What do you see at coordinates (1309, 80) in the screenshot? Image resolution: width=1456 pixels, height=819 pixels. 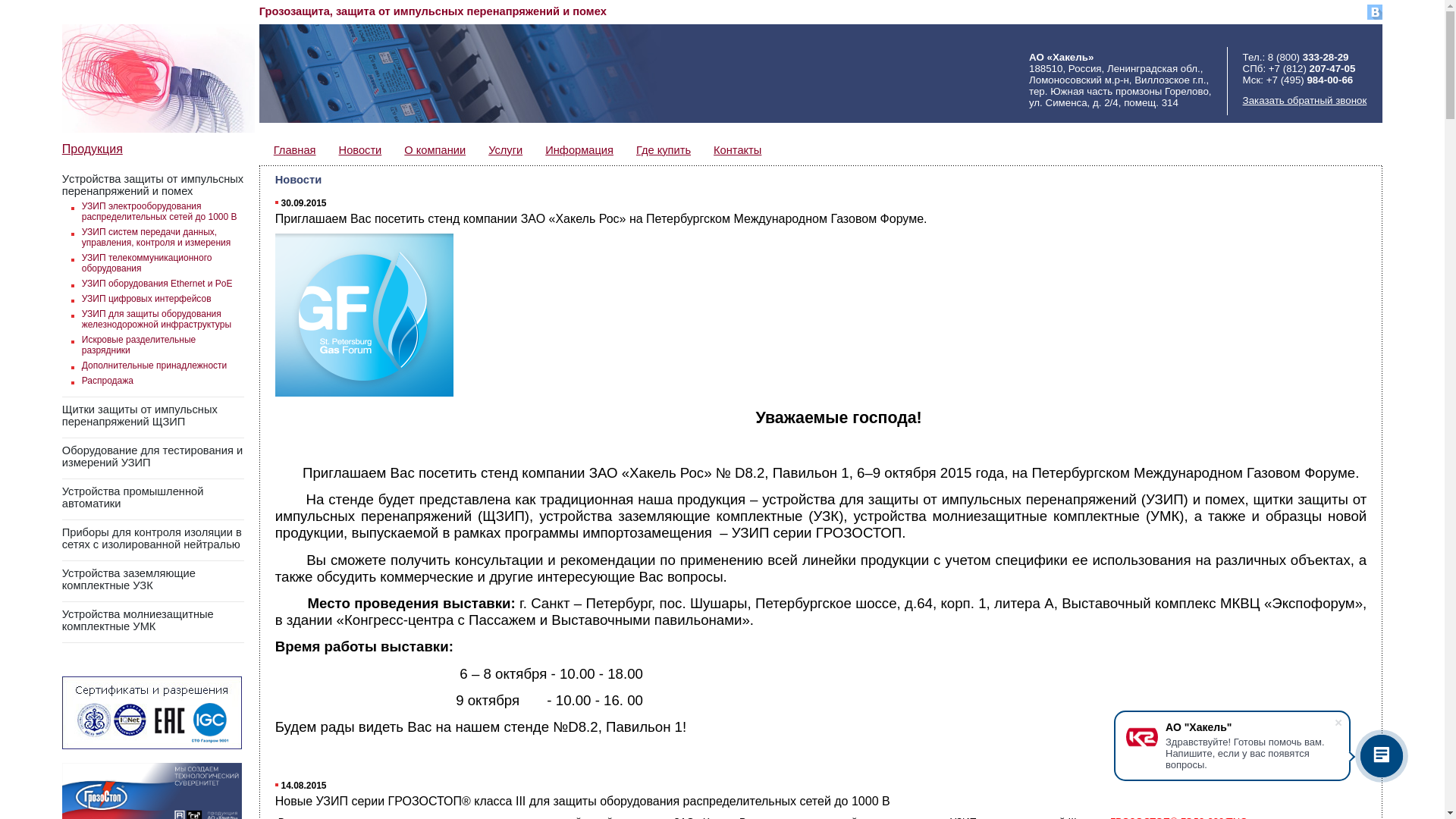 I see `'+7 (495) 984-00-66'` at bounding box center [1309, 80].